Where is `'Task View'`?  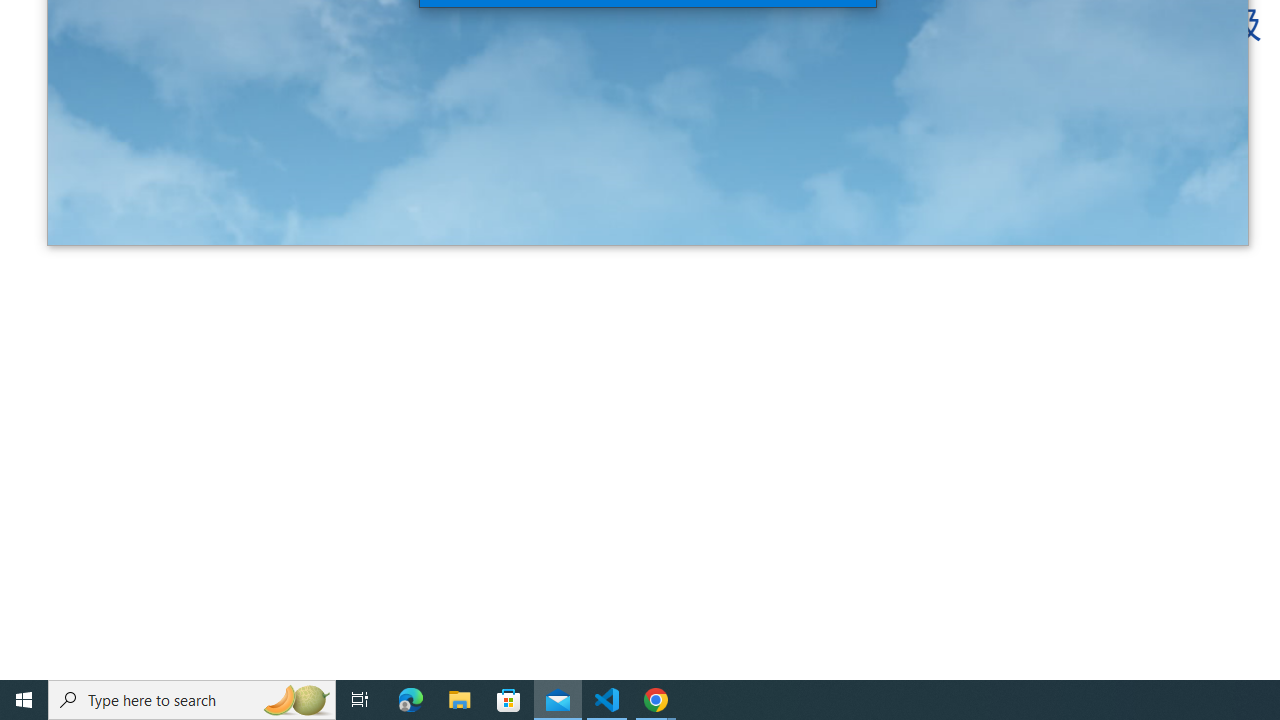
'Task View' is located at coordinates (359, 698).